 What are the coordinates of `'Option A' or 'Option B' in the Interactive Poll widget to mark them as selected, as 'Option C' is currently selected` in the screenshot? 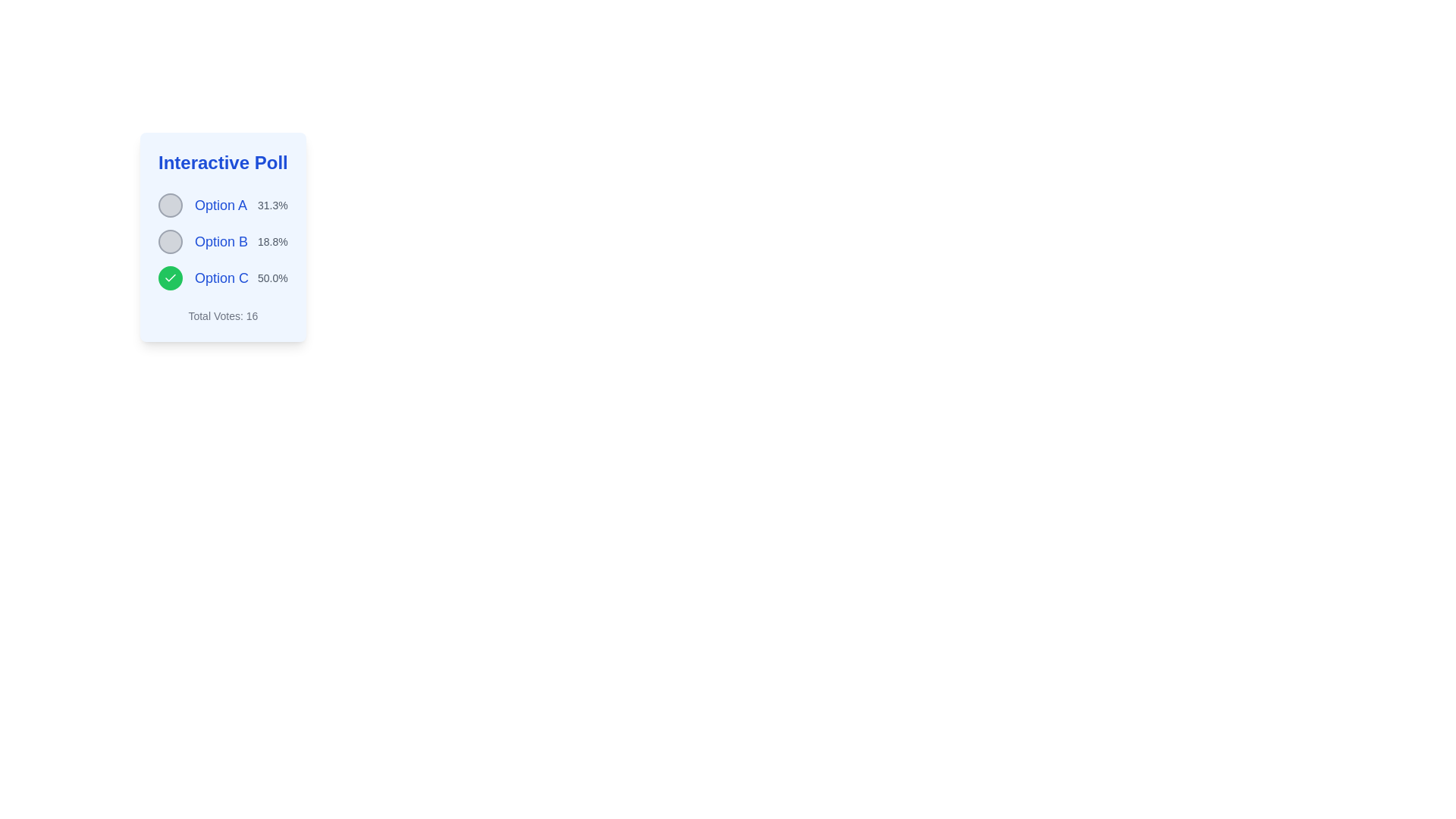 It's located at (222, 237).